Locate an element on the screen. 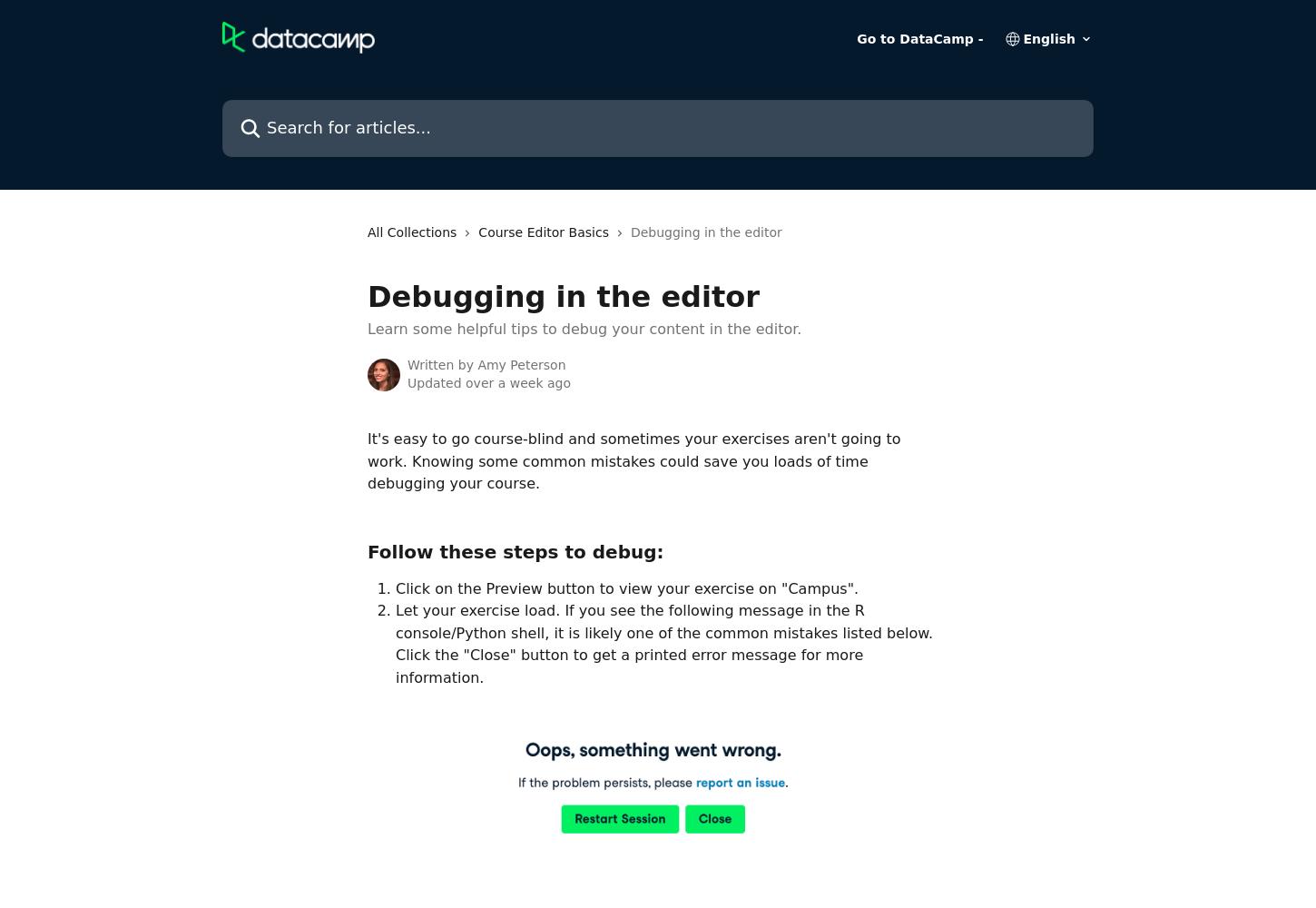  'Written by' is located at coordinates (442, 365).